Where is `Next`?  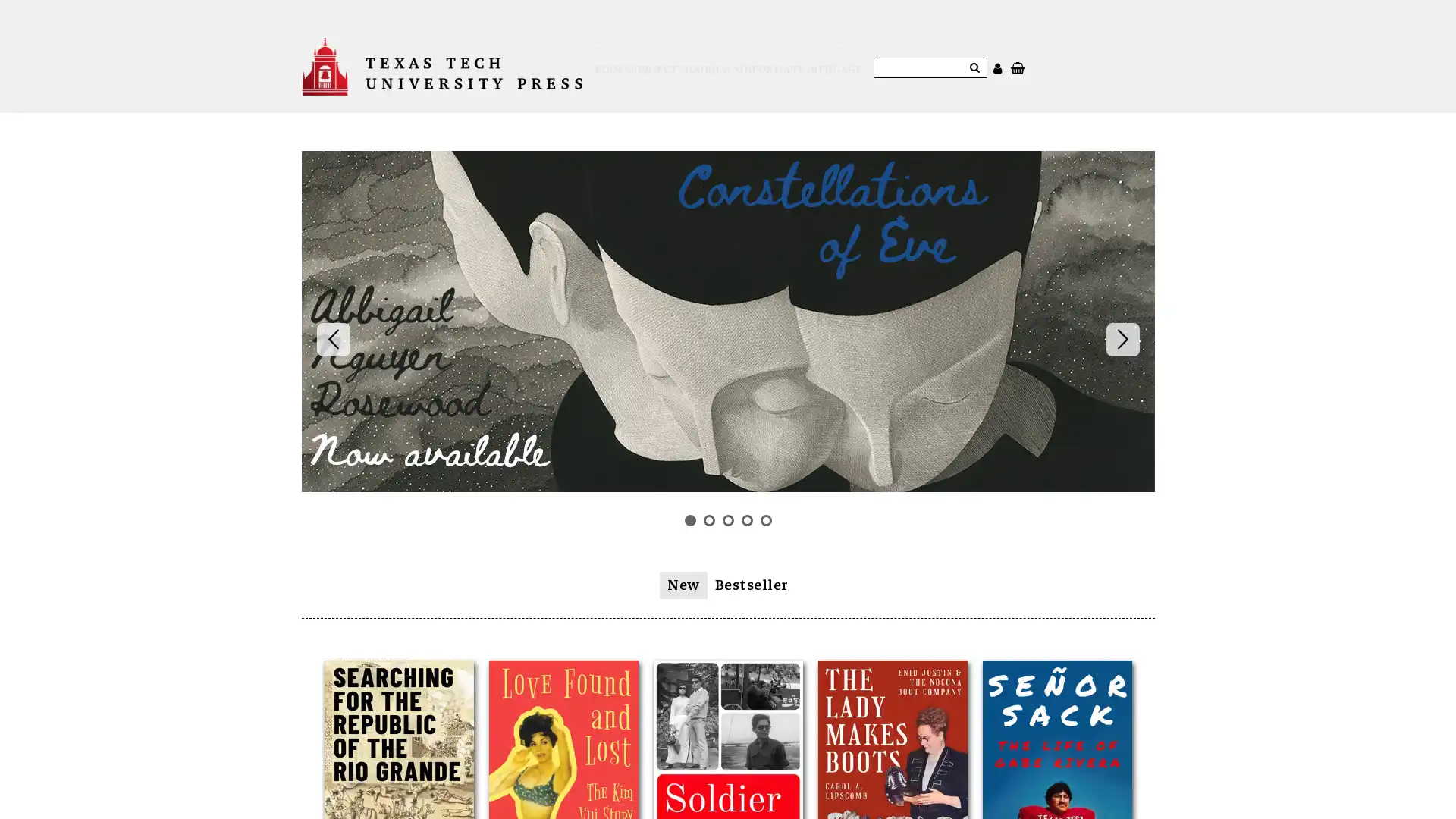 Next is located at coordinates (1122, 321).